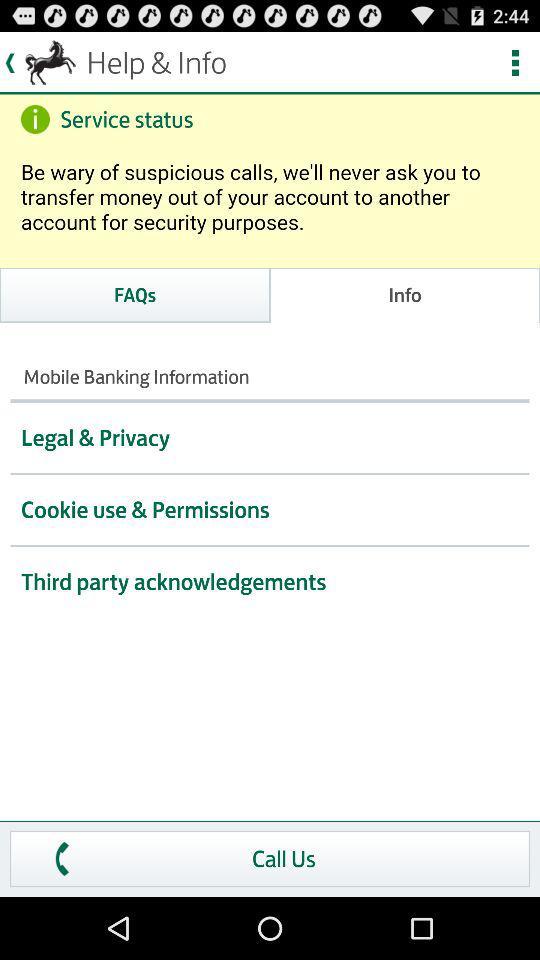  I want to click on the cookie use  permissions option, so click(270, 508).